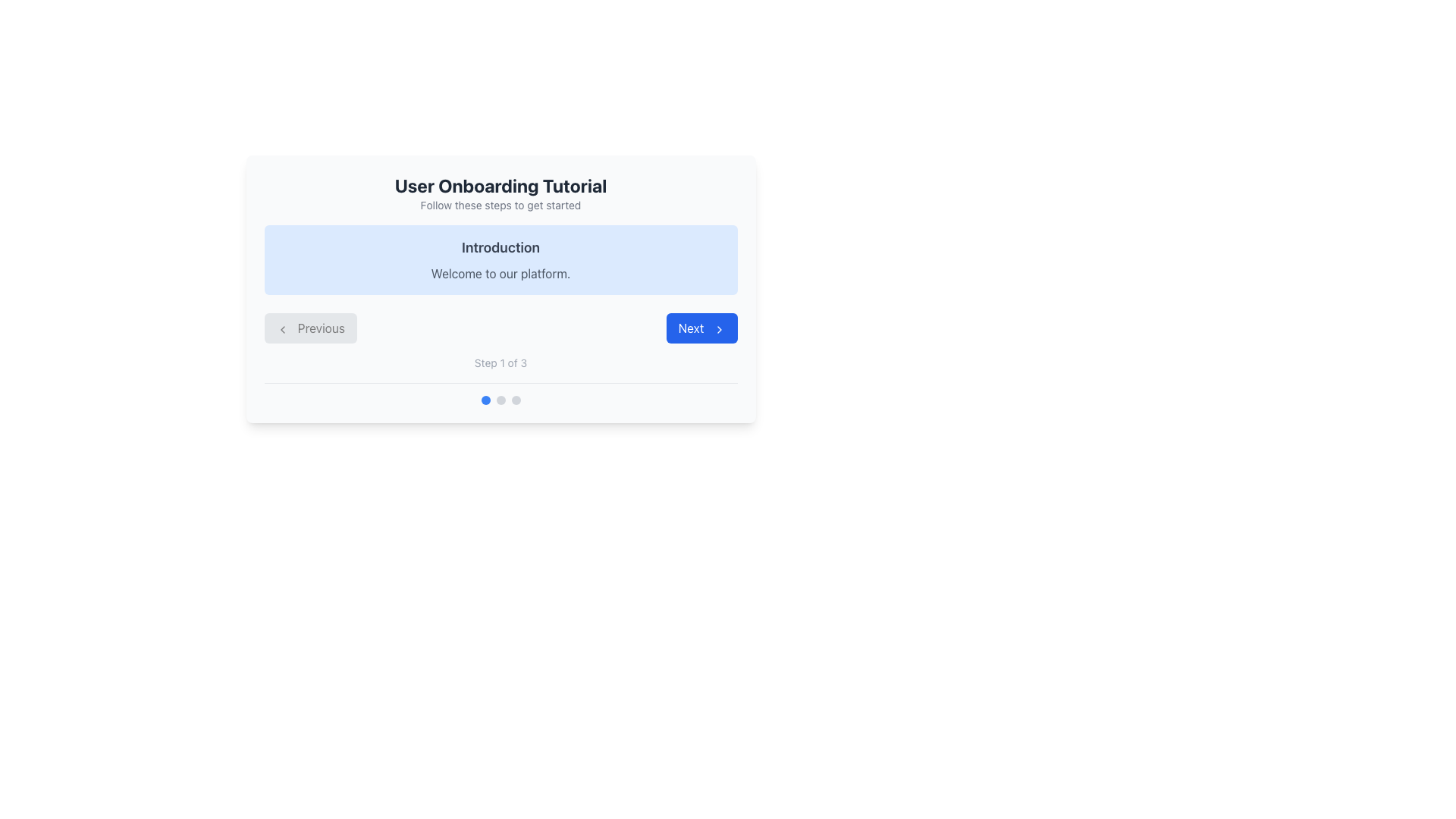  I want to click on the first circular progress indicator at the bottom of the panel, which represents 'Step 1 of 3' in the multi-step process, so click(485, 400).